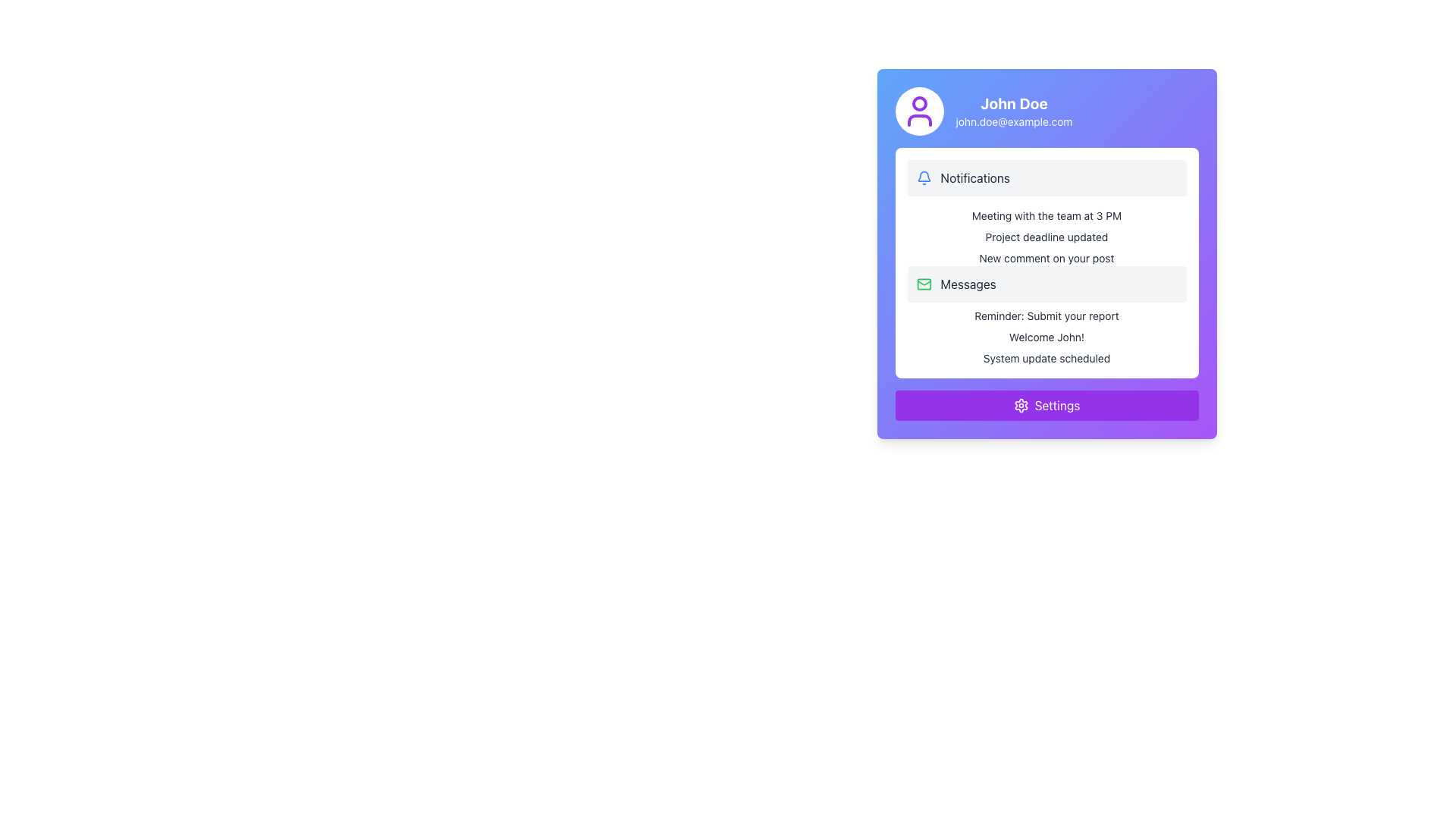  I want to click on the notification label that describes the function of the adjacent bell icon, located at the top part of the interface, so click(975, 177).